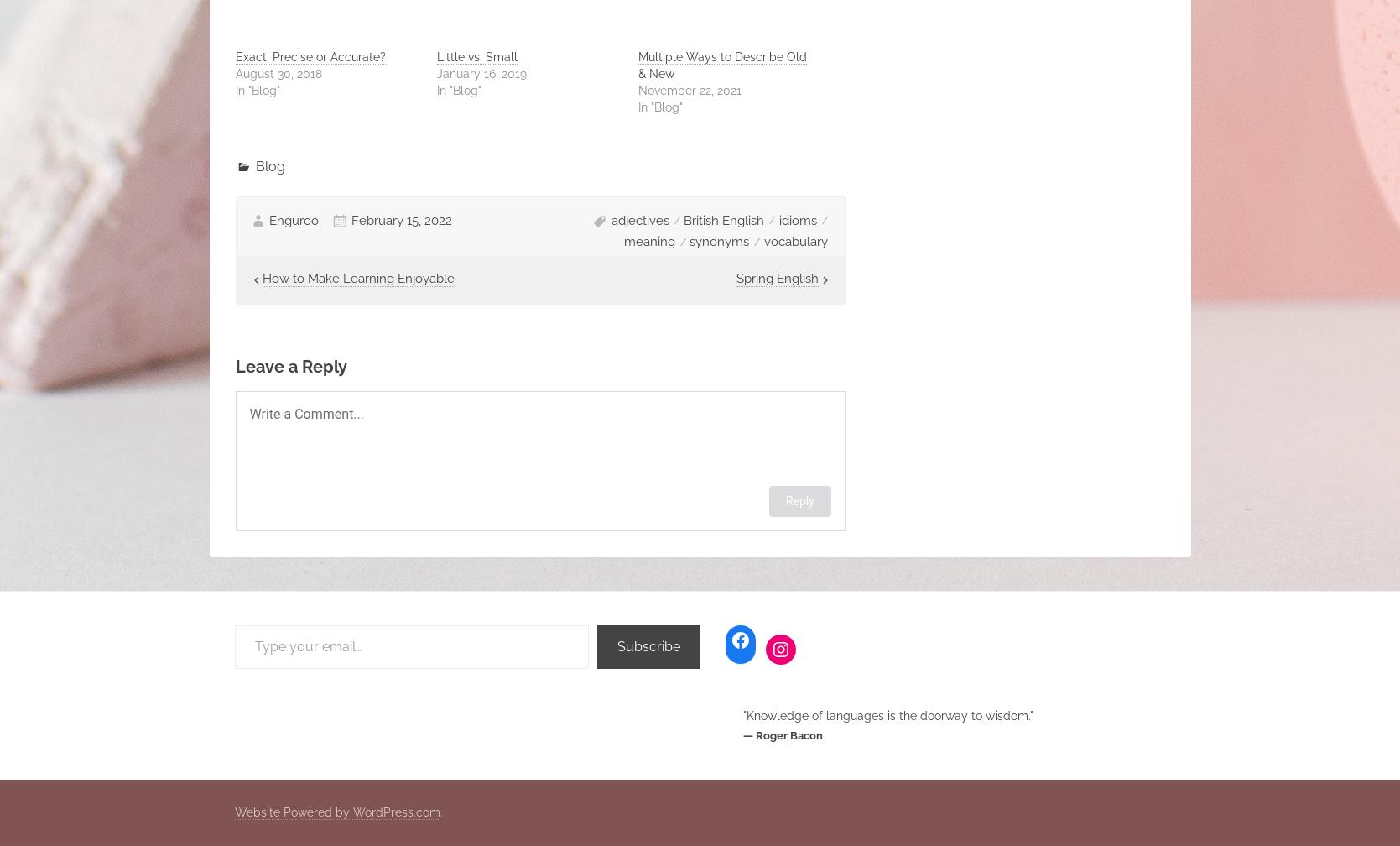 This screenshot has width=1400, height=846. What do you see at coordinates (735, 279) in the screenshot?
I see `'Spring English'` at bounding box center [735, 279].